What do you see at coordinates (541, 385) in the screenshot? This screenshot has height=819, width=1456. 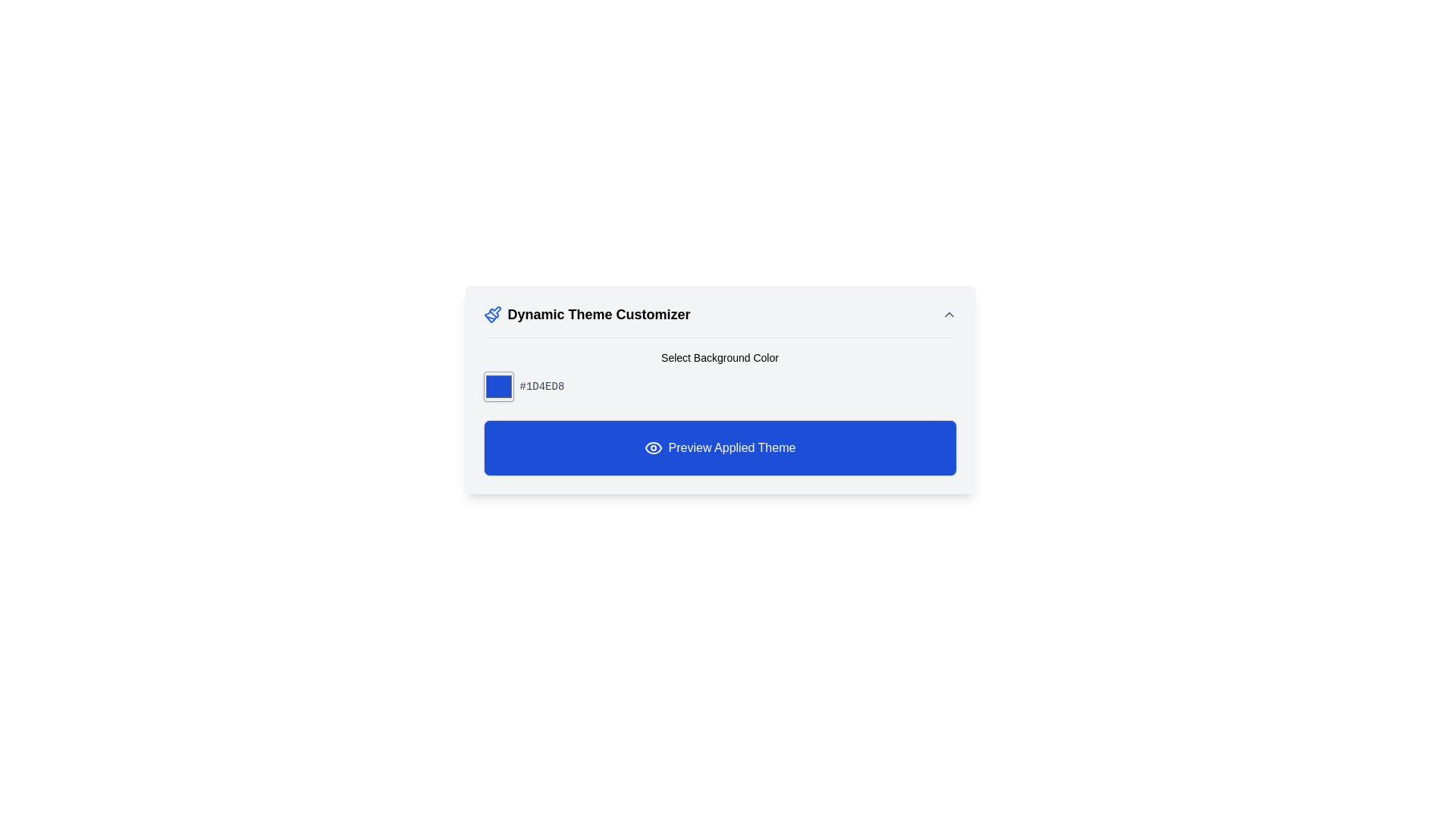 I see `the static text label displaying the hexadecimal color code '#1D4ED8' in the 'Dynamic Theme Customizer' interface, located to the right of the square color box in the 'Select Background Color' section` at bounding box center [541, 385].